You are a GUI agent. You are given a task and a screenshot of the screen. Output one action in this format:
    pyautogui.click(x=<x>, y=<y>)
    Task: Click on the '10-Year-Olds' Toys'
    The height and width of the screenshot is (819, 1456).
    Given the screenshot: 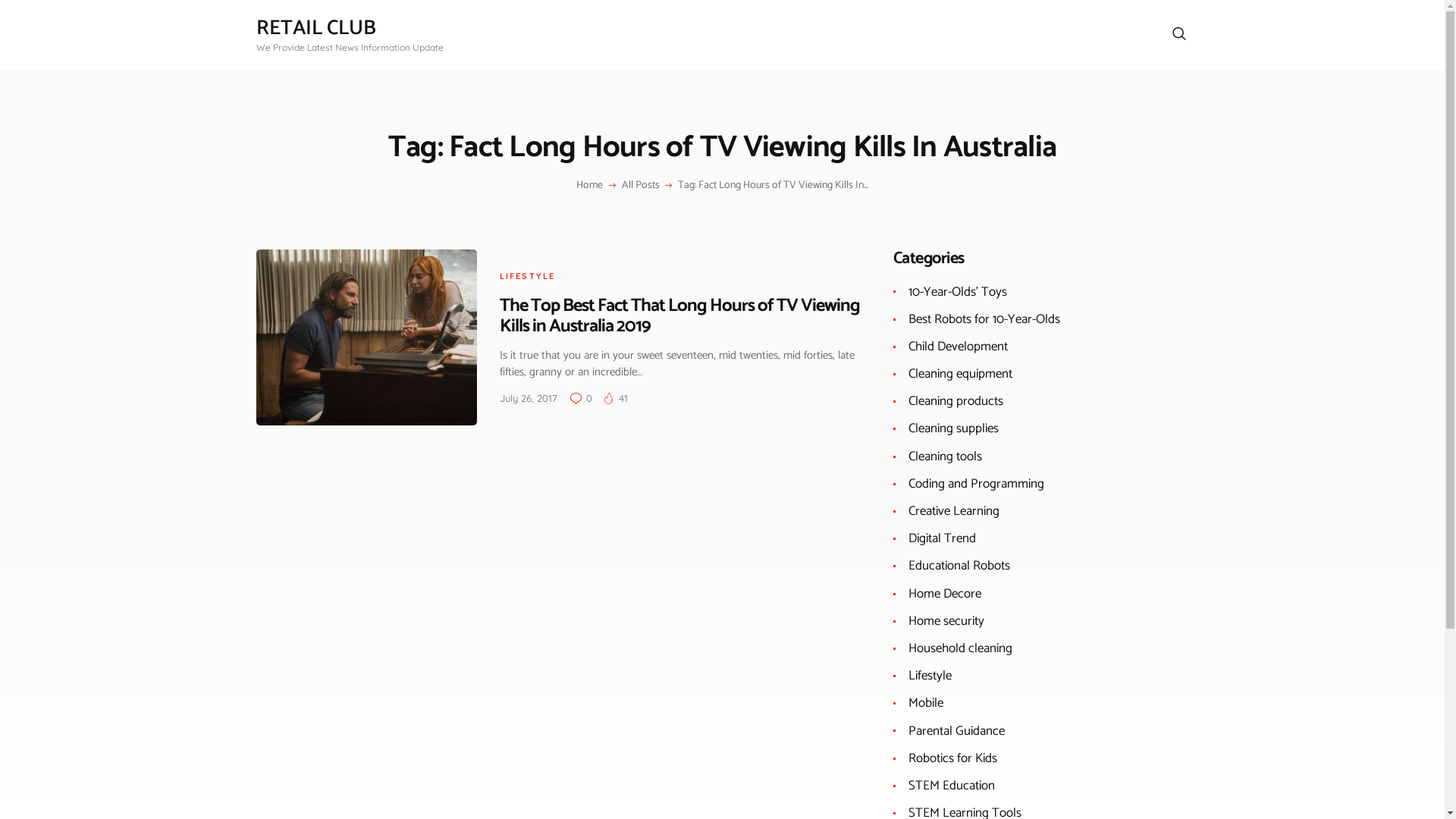 What is the action you would take?
    pyautogui.click(x=956, y=292)
    